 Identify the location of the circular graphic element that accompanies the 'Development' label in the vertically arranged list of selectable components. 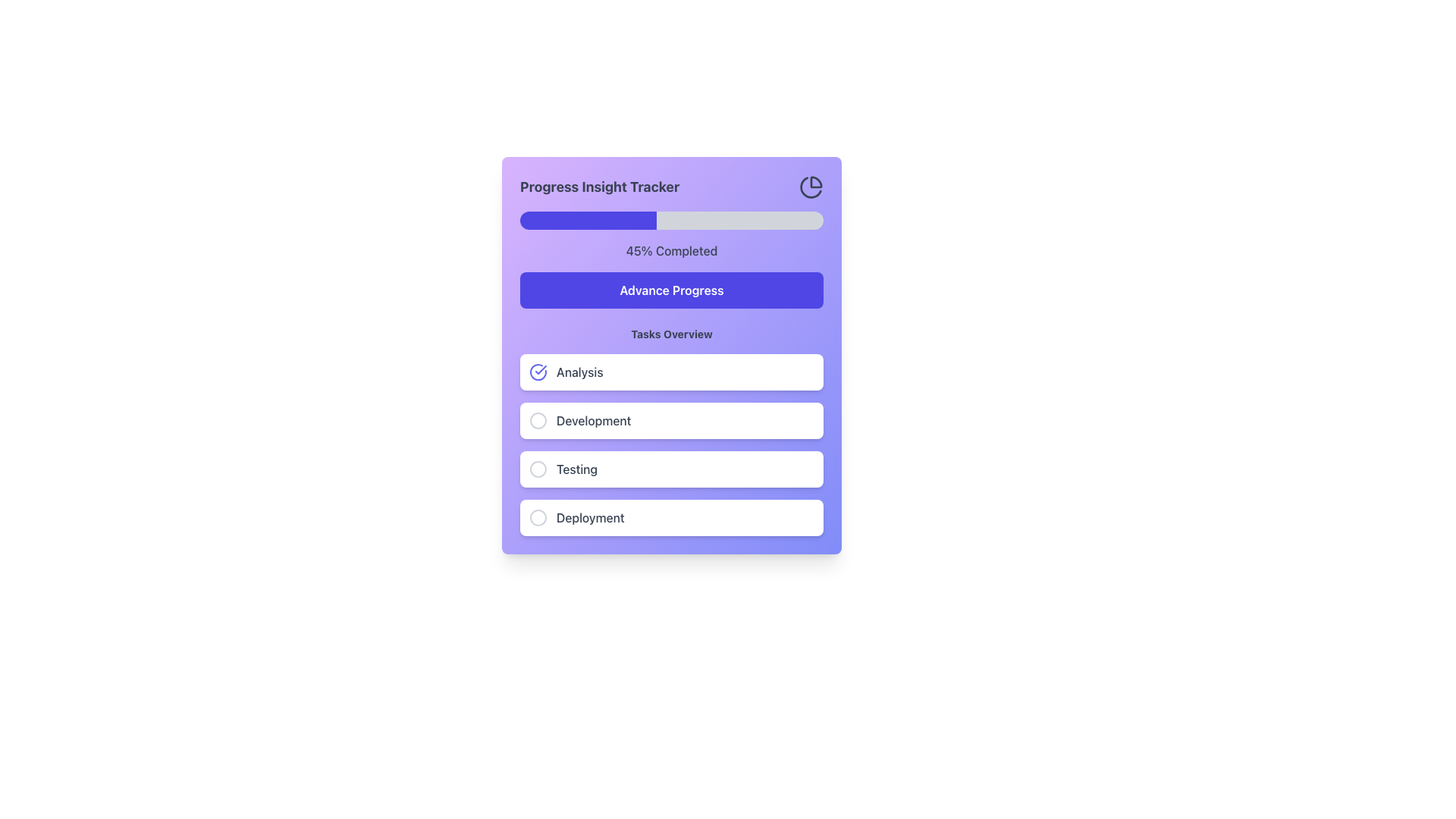
(538, 421).